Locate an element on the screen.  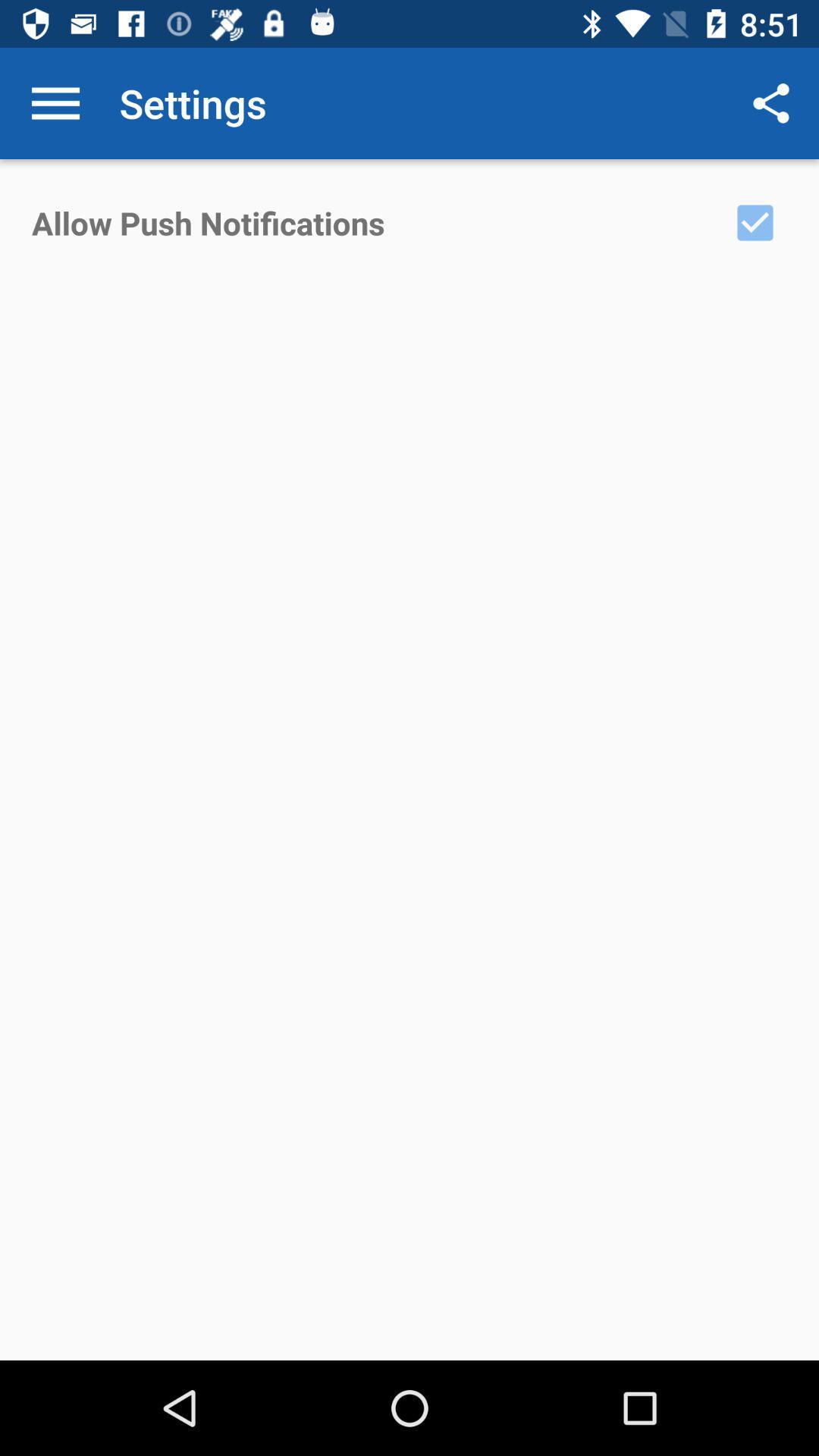
item next to the allow push notifications item is located at coordinates (755, 221).